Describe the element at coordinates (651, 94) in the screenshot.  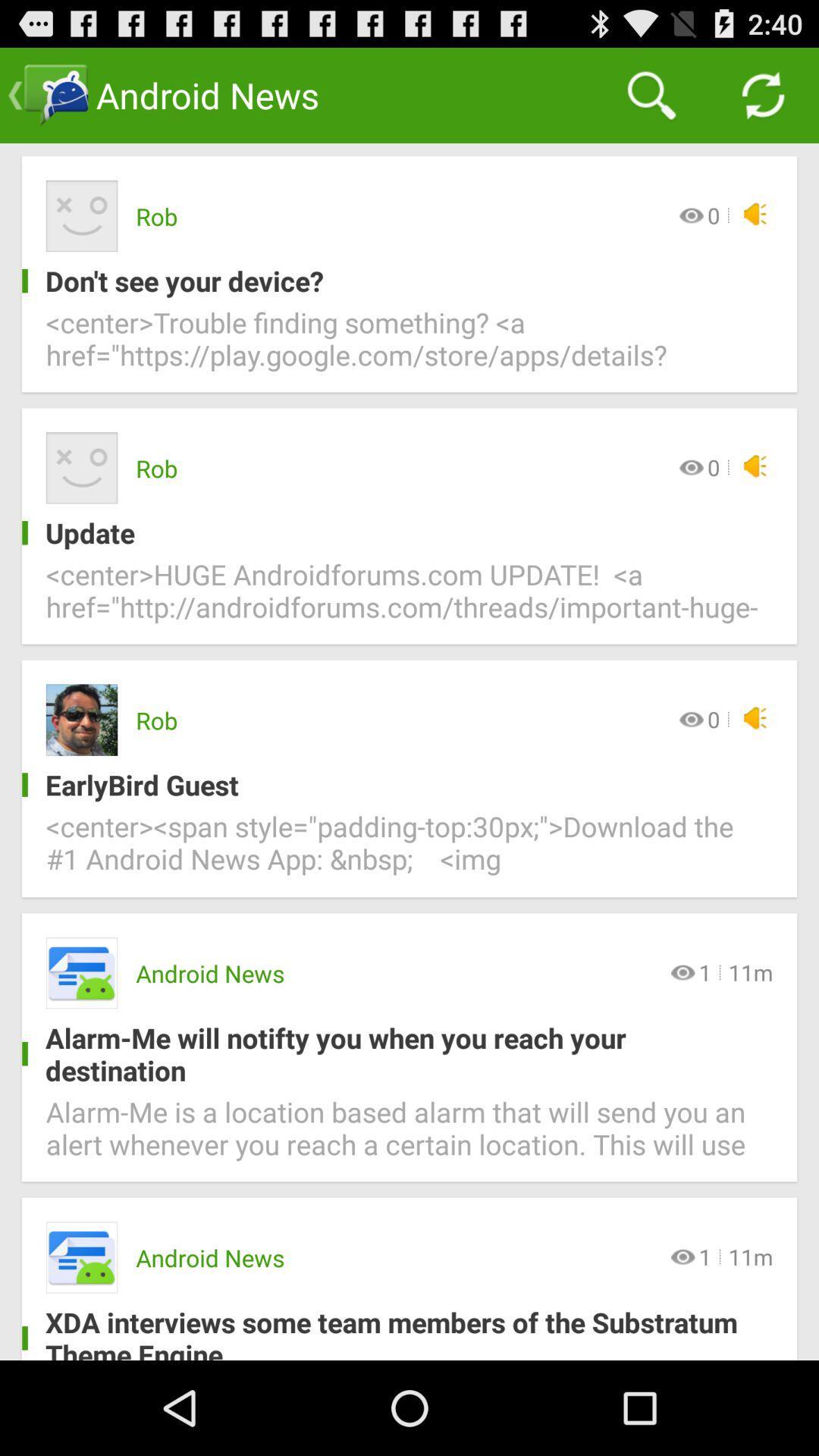
I see `icon above the 0` at that location.